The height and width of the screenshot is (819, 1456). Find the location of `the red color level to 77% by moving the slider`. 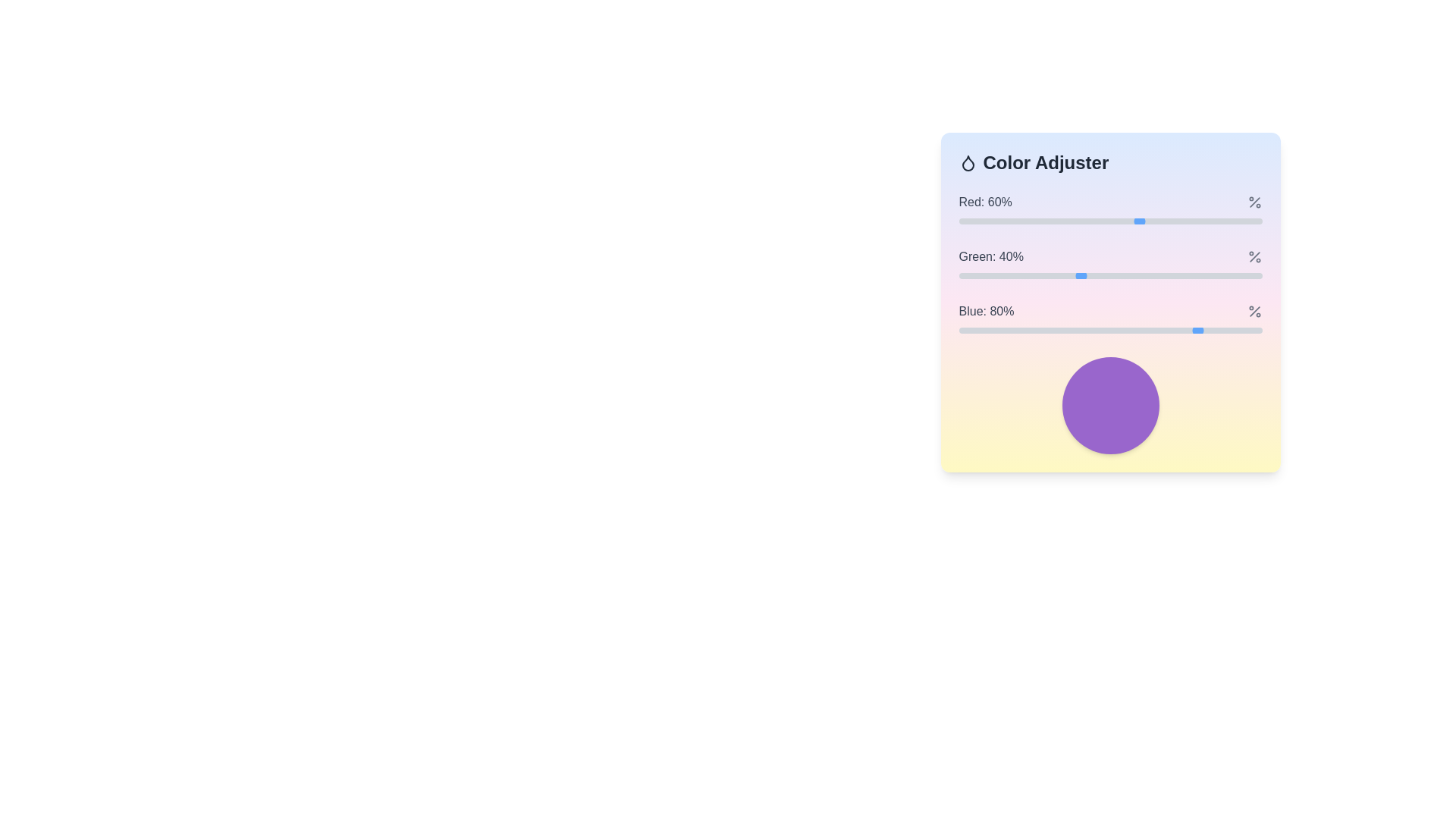

the red color level to 77% by moving the slider is located at coordinates (1191, 221).